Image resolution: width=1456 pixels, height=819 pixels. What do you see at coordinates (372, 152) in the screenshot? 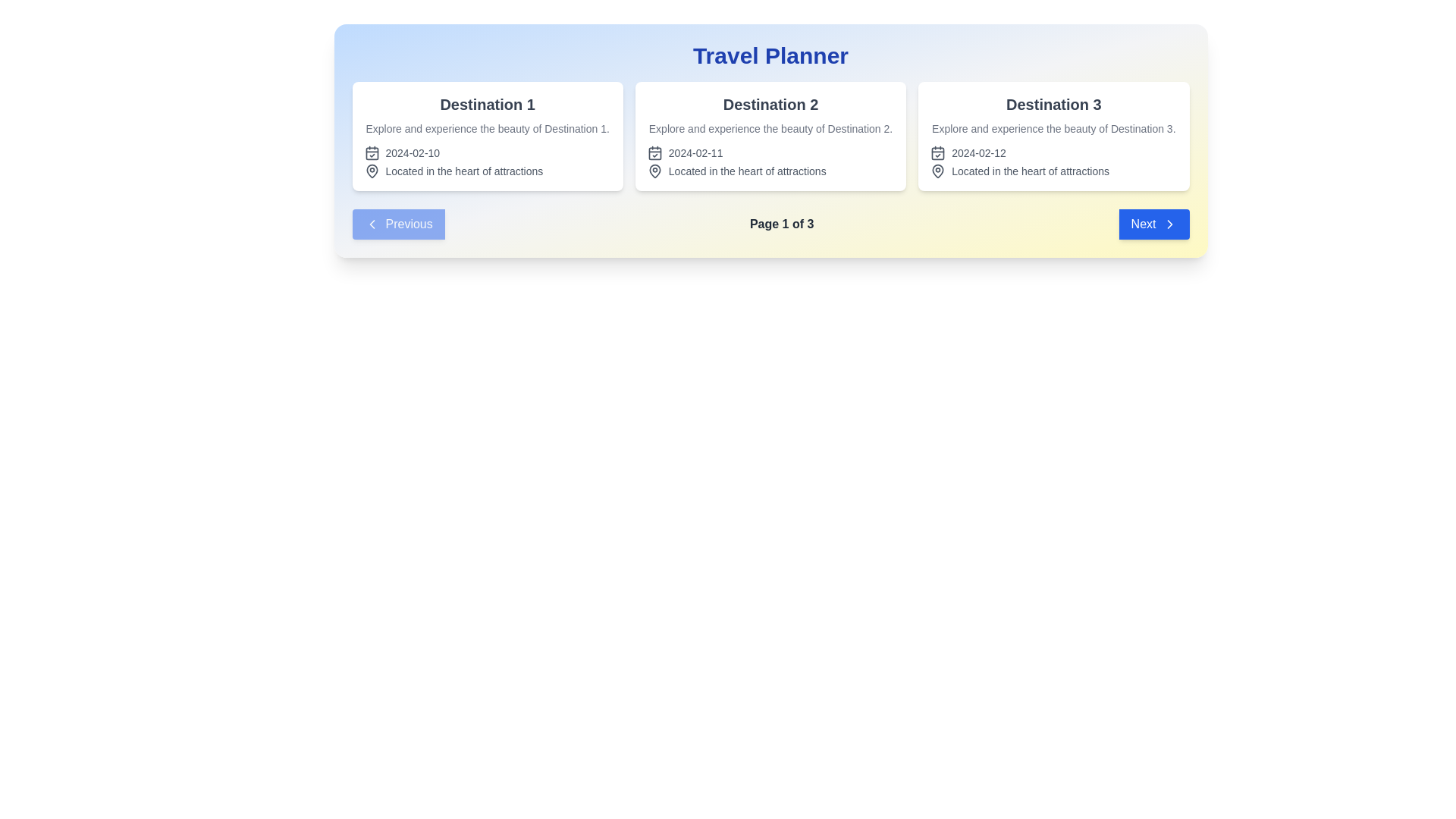
I see `the calendar icon with a check mark that is located adjacent to the text '2024-02-10' in the 'Destination 1' card` at bounding box center [372, 152].